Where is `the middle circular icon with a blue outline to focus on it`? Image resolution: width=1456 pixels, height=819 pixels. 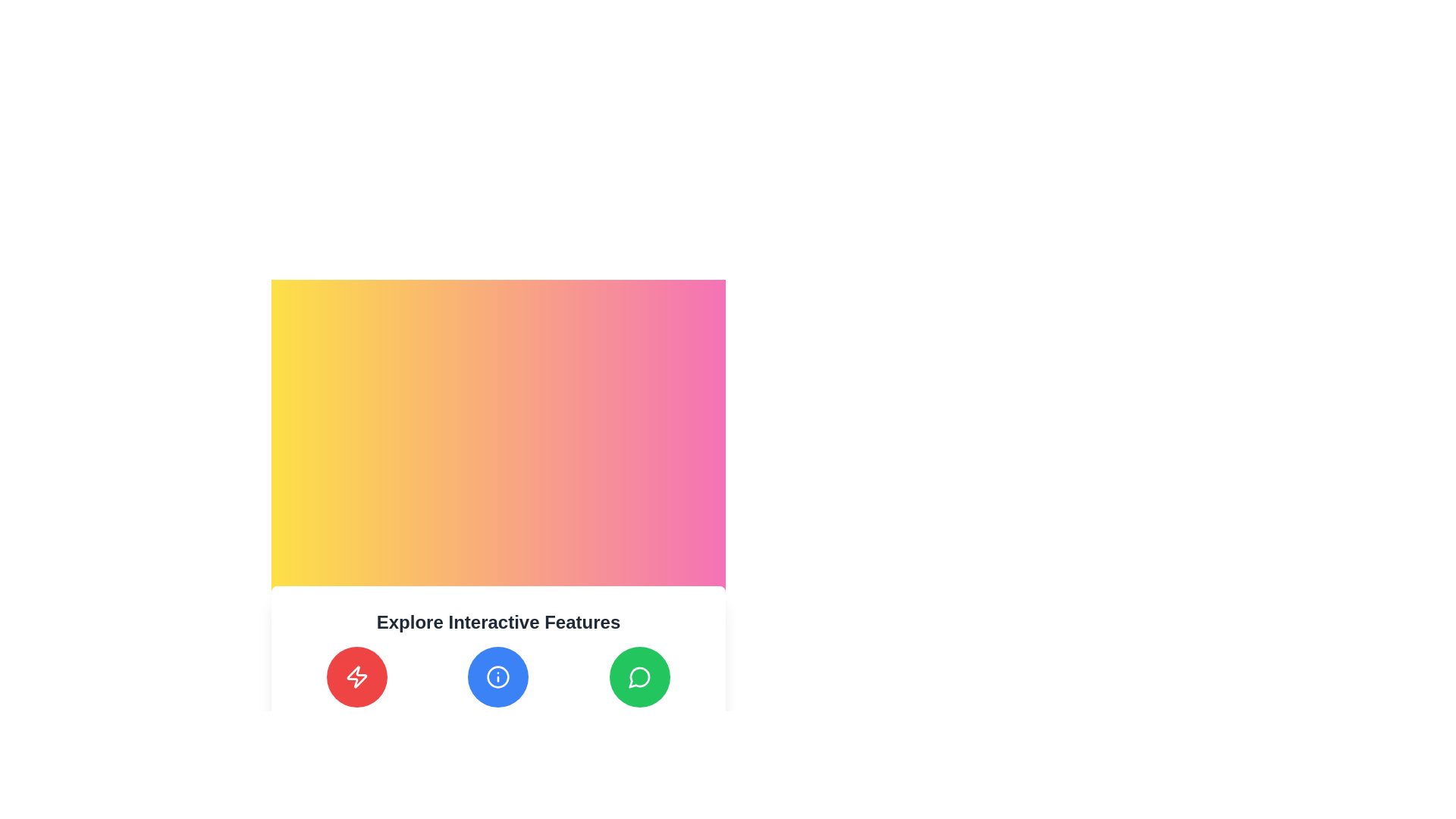 the middle circular icon with a blue outline to focus on it is located at coordinates (498, 676).